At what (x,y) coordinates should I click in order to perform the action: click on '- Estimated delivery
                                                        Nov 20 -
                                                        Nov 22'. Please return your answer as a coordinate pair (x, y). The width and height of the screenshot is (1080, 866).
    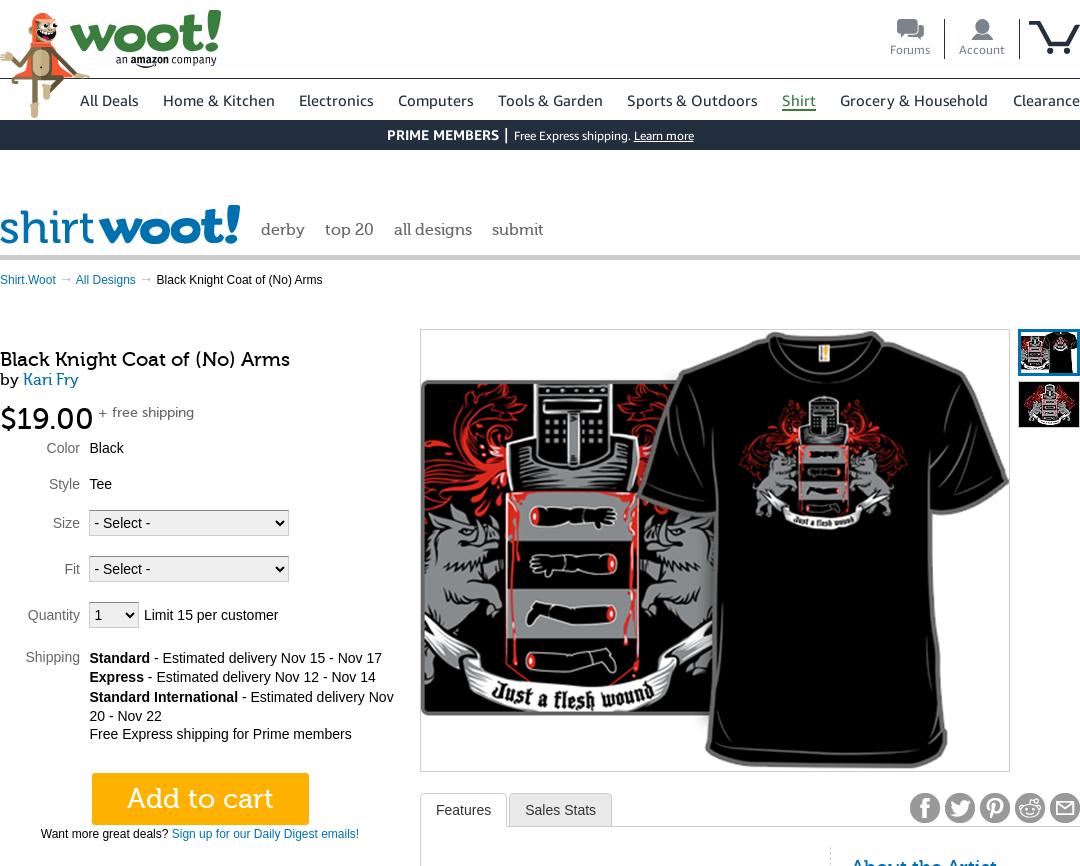
    Looking at the image, I should click on (239, 704).